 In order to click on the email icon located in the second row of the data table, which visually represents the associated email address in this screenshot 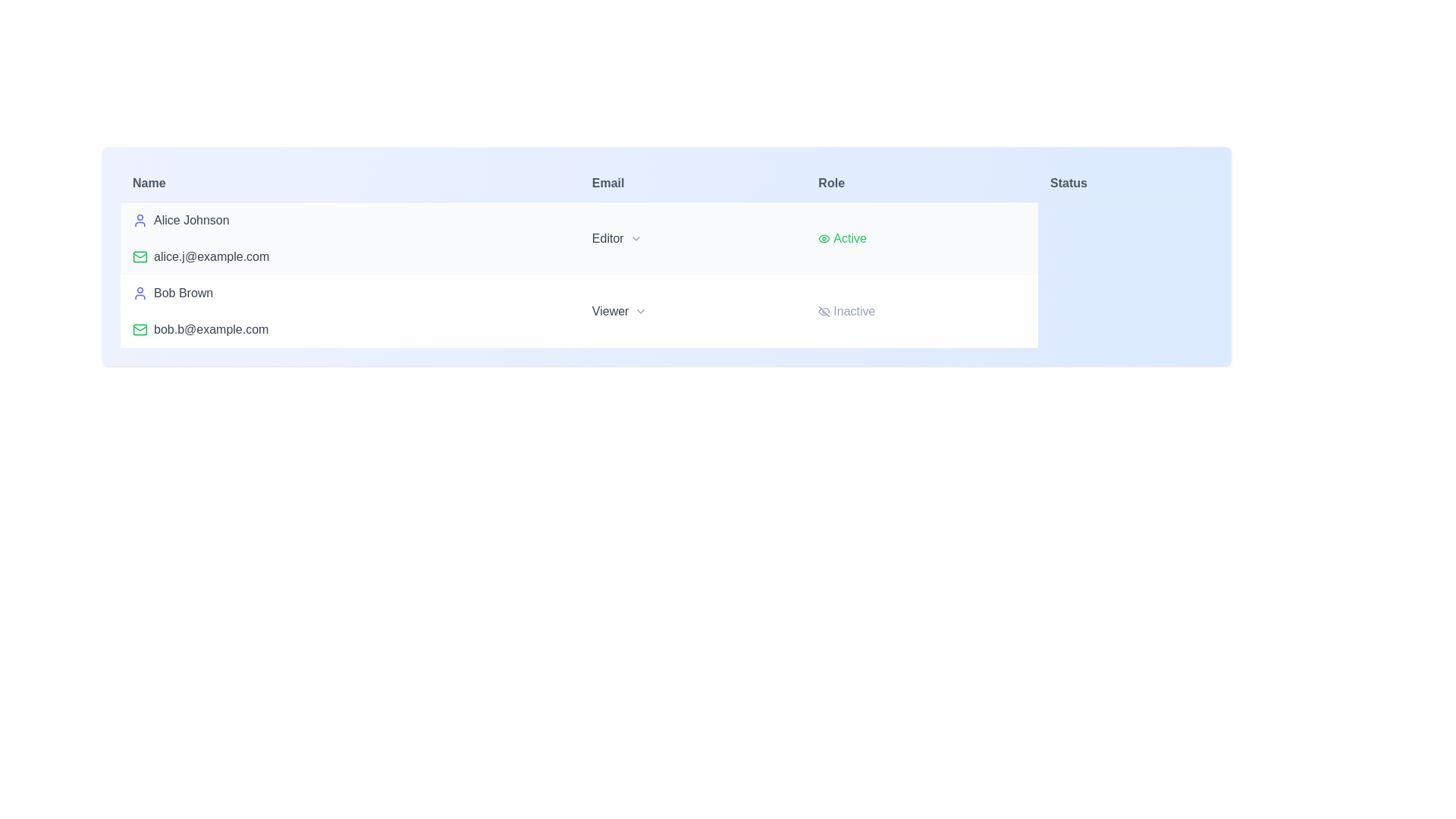, I will do `click(140, 329)`.